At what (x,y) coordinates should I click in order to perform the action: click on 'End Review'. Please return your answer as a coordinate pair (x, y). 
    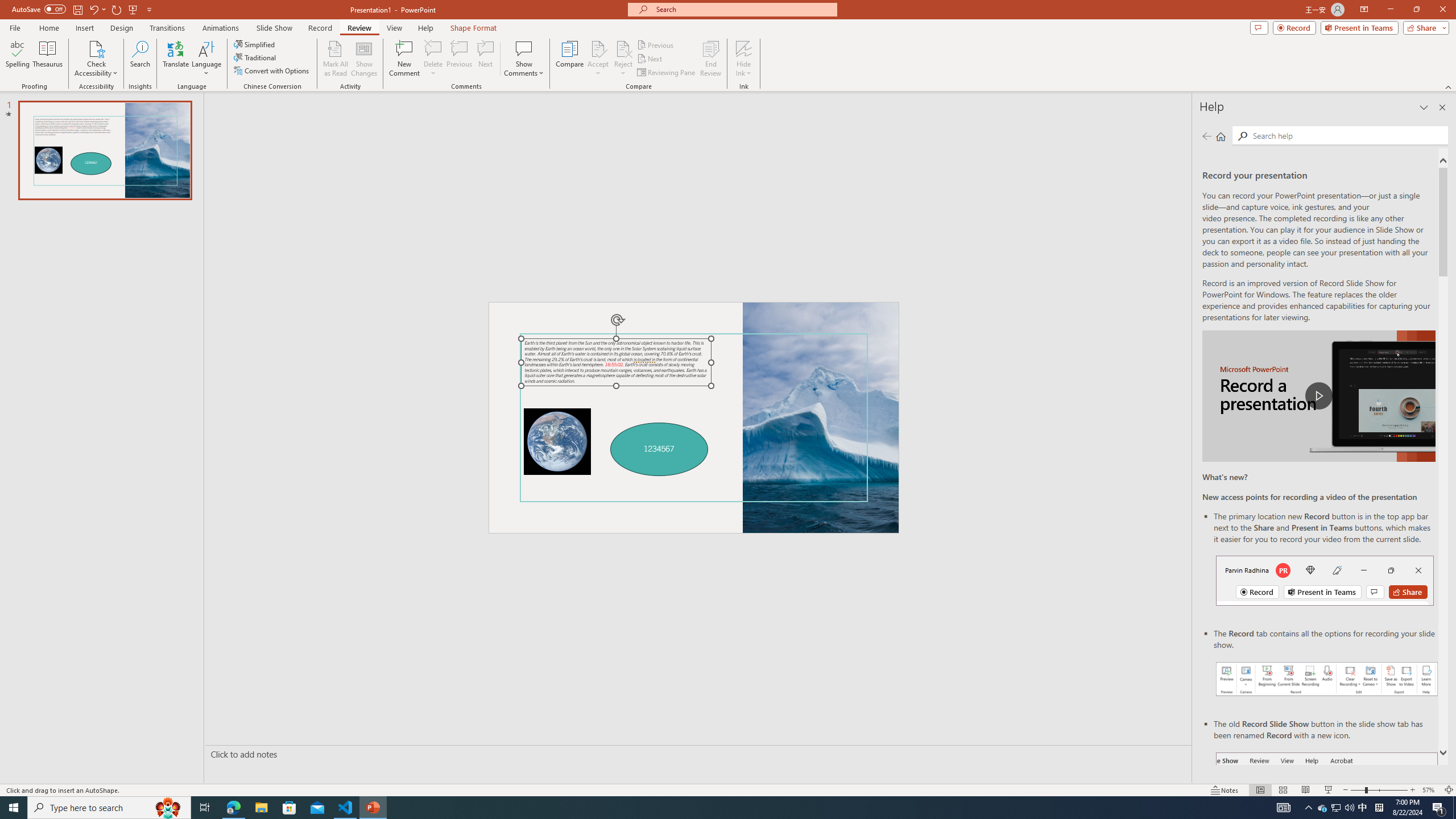
    Looking at the image, I should click on (710, 59).